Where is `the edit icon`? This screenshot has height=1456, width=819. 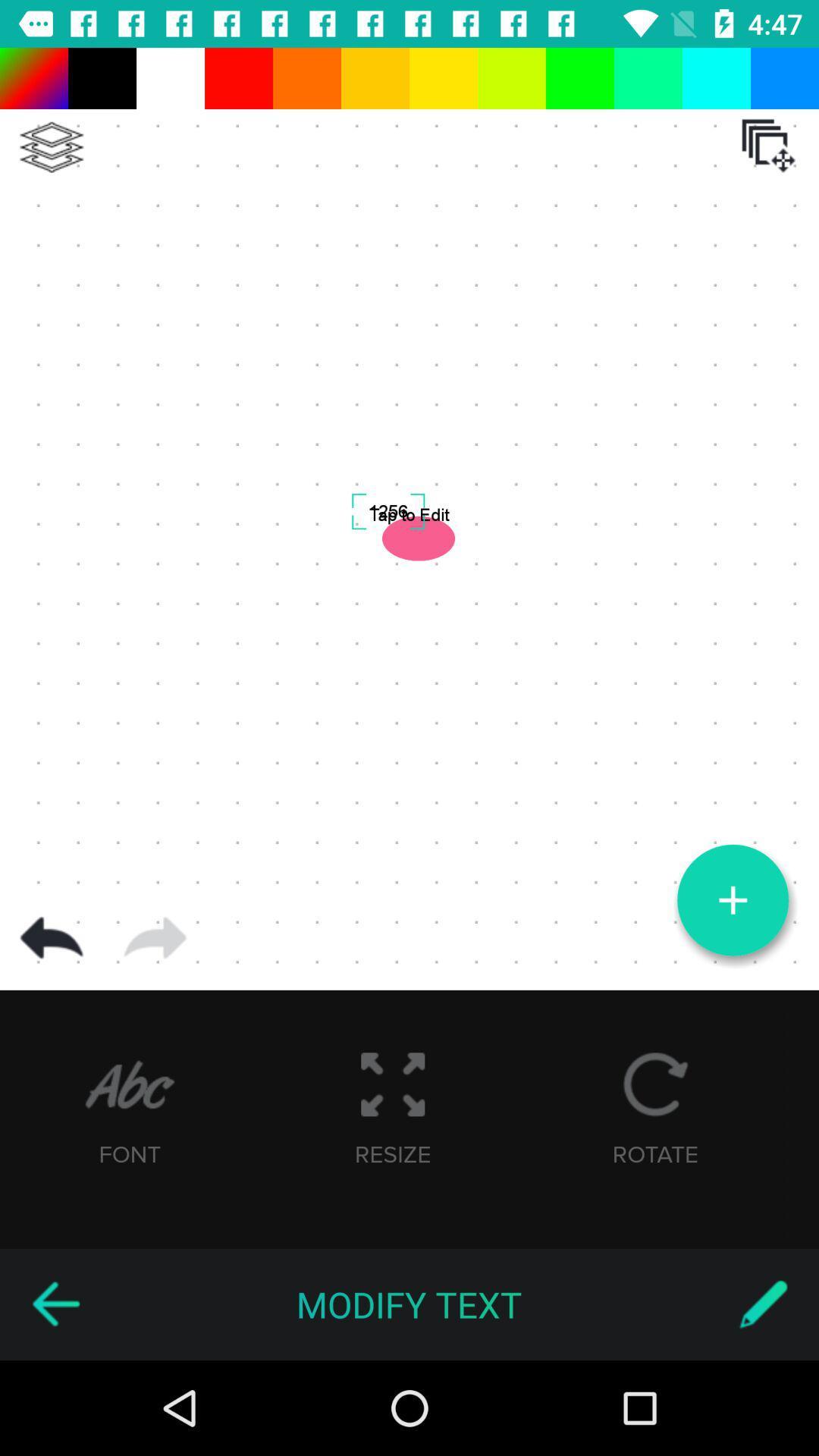 the edit icon is located at coordinates (763, 1304).